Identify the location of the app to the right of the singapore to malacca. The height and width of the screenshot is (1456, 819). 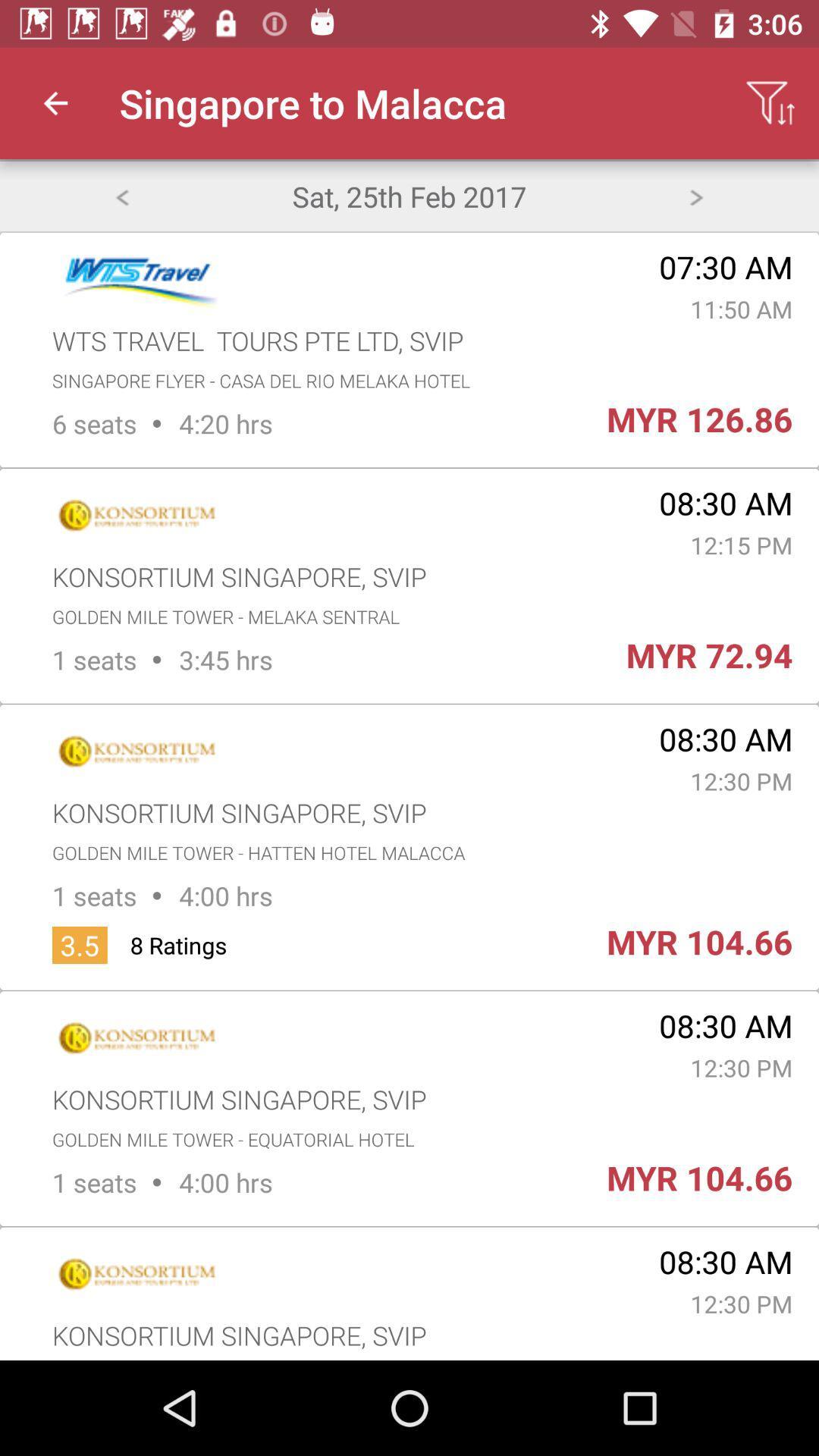
(770, 102).